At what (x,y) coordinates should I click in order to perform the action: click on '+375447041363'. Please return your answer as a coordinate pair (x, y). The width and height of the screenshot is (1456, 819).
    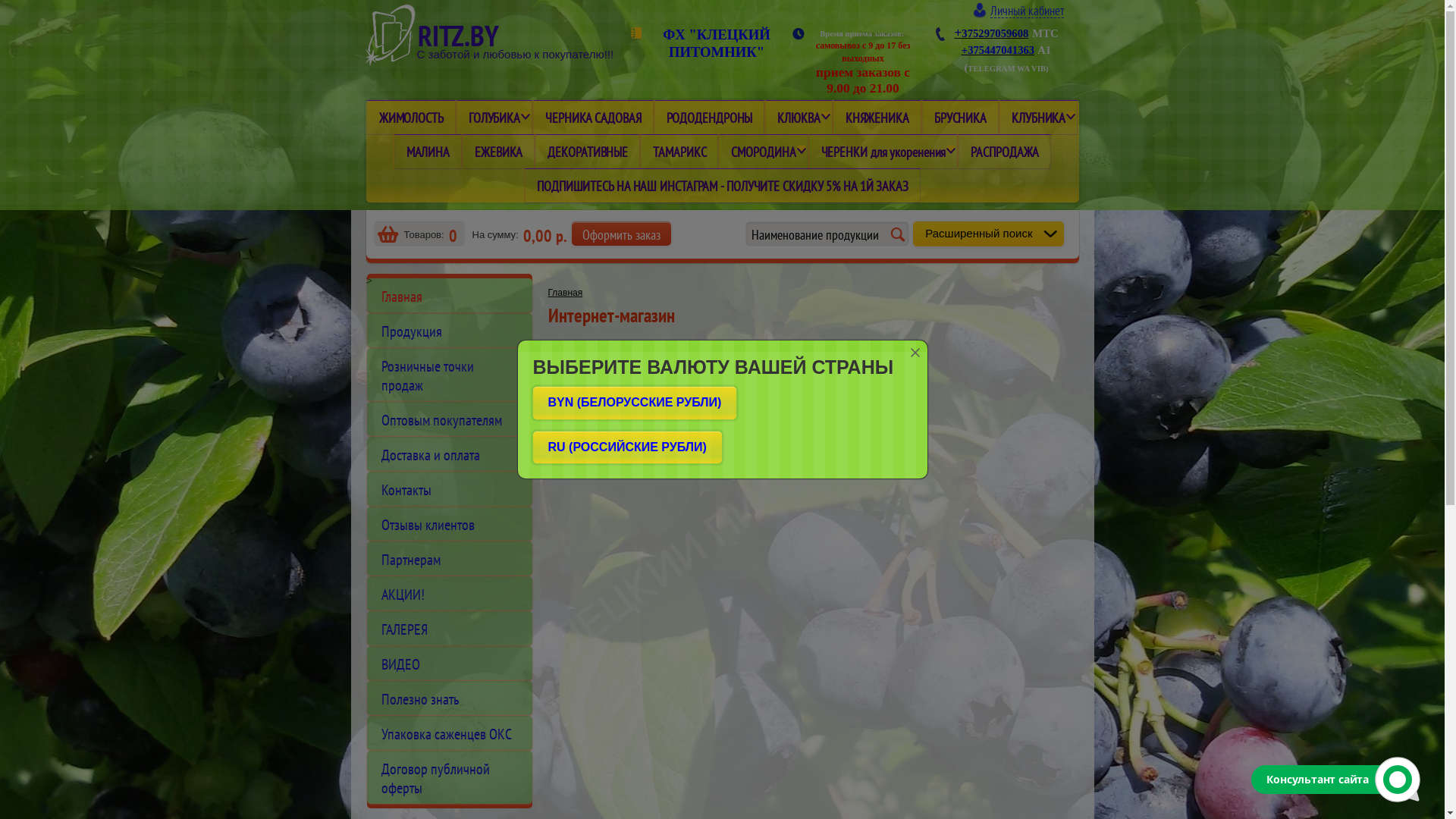
    Looking at the image, I should click on (997, 49).